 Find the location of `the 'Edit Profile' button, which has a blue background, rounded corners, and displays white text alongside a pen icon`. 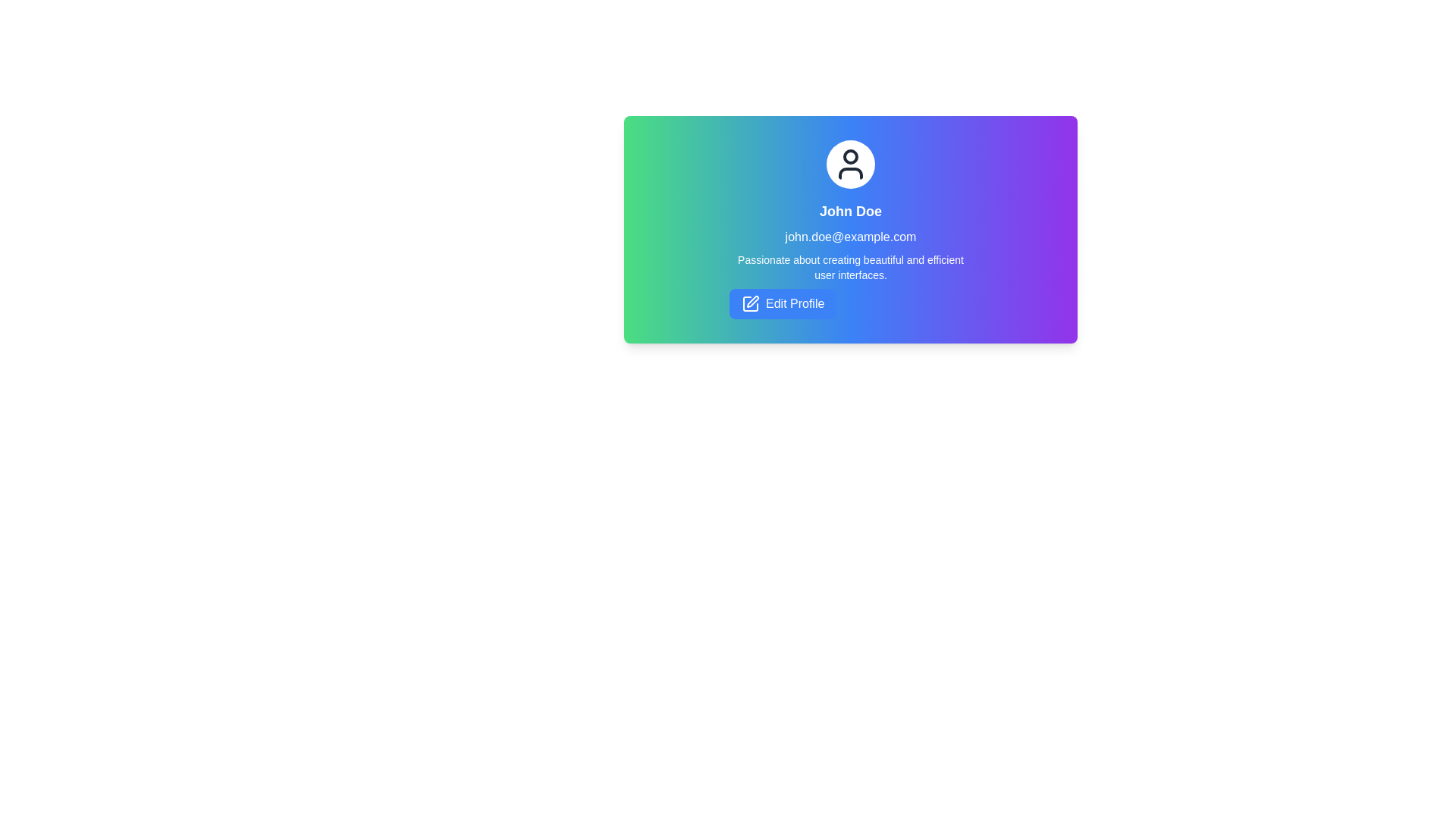

the 'Edit Profile' button, which has a blue background, rounded corners, and displays white text alongside a pen icon is located at coordinates (783, 304).